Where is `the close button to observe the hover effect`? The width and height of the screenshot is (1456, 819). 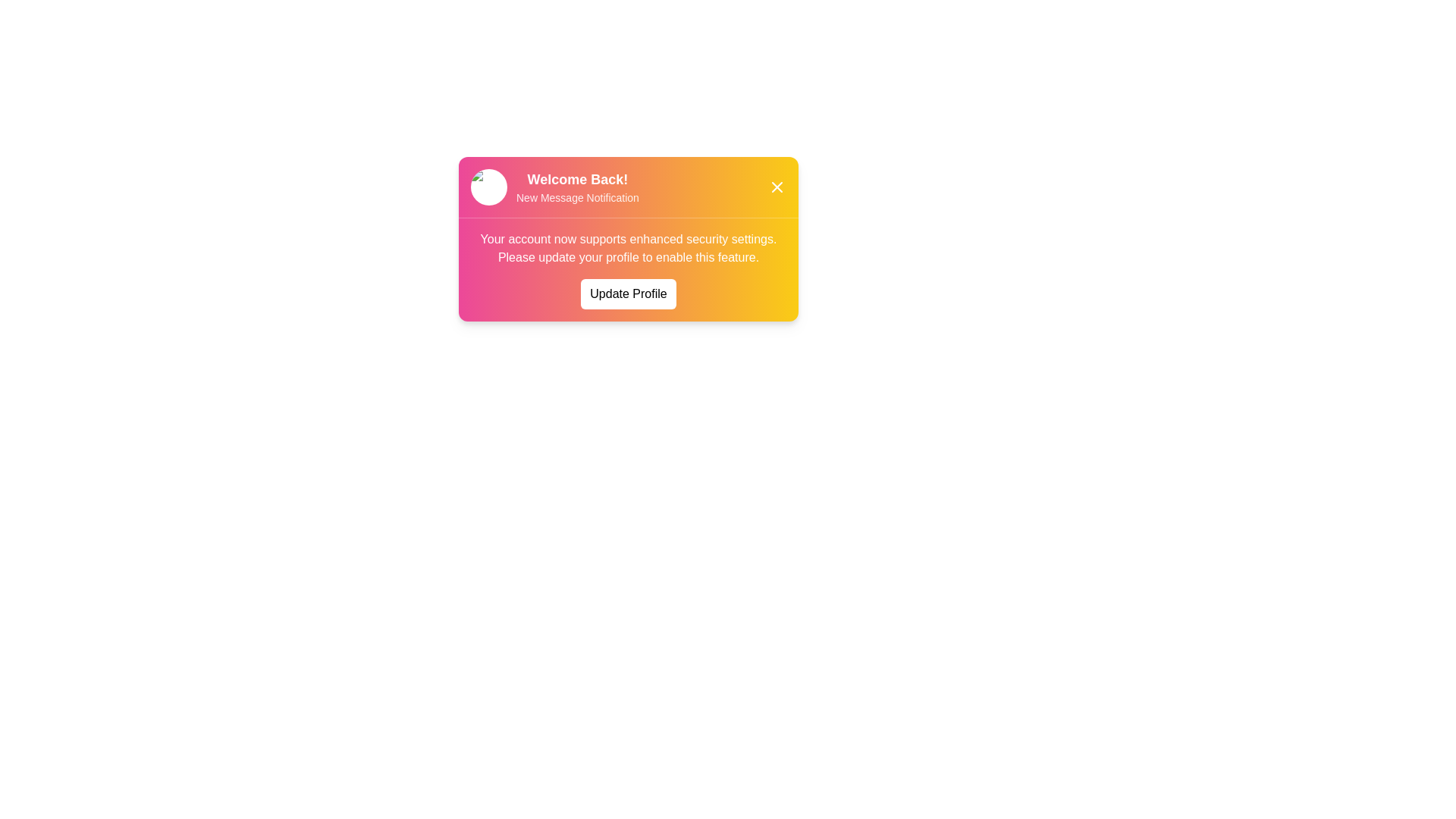 the close button to observe the hover effect is located at coordinates (777, 186).